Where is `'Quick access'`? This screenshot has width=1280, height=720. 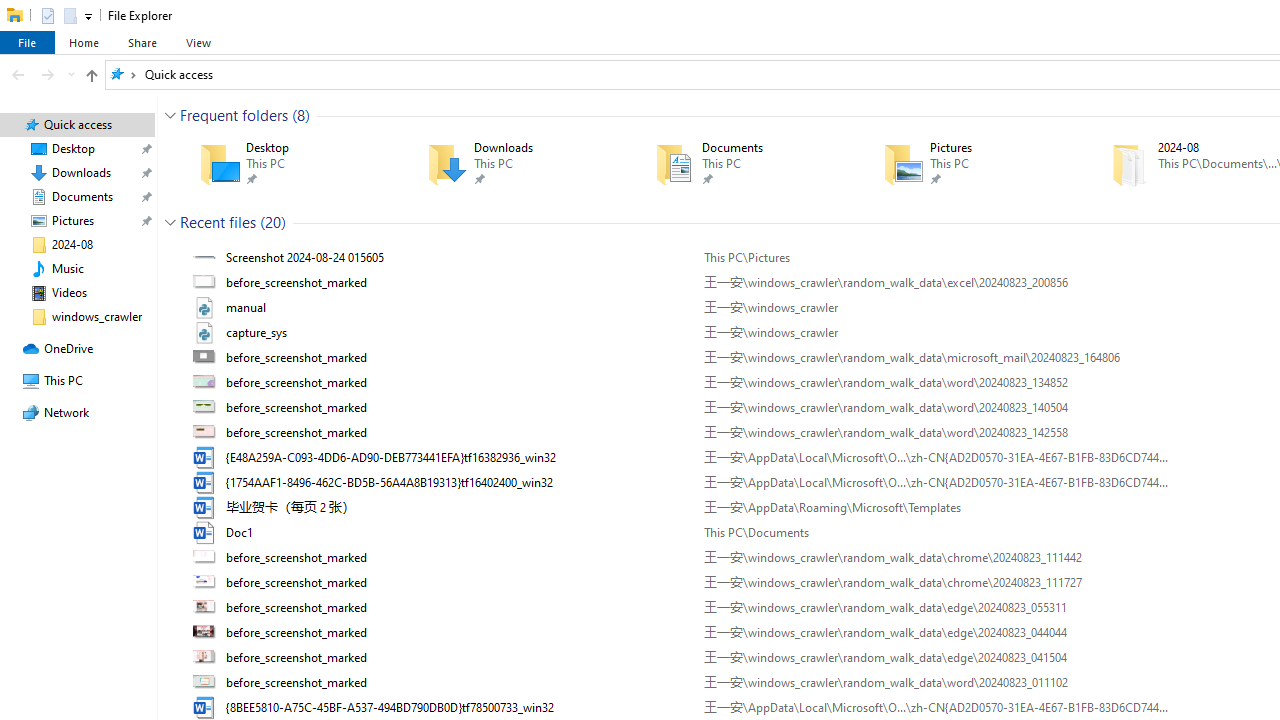 'Quick access' is located at coordinates (179, 73).